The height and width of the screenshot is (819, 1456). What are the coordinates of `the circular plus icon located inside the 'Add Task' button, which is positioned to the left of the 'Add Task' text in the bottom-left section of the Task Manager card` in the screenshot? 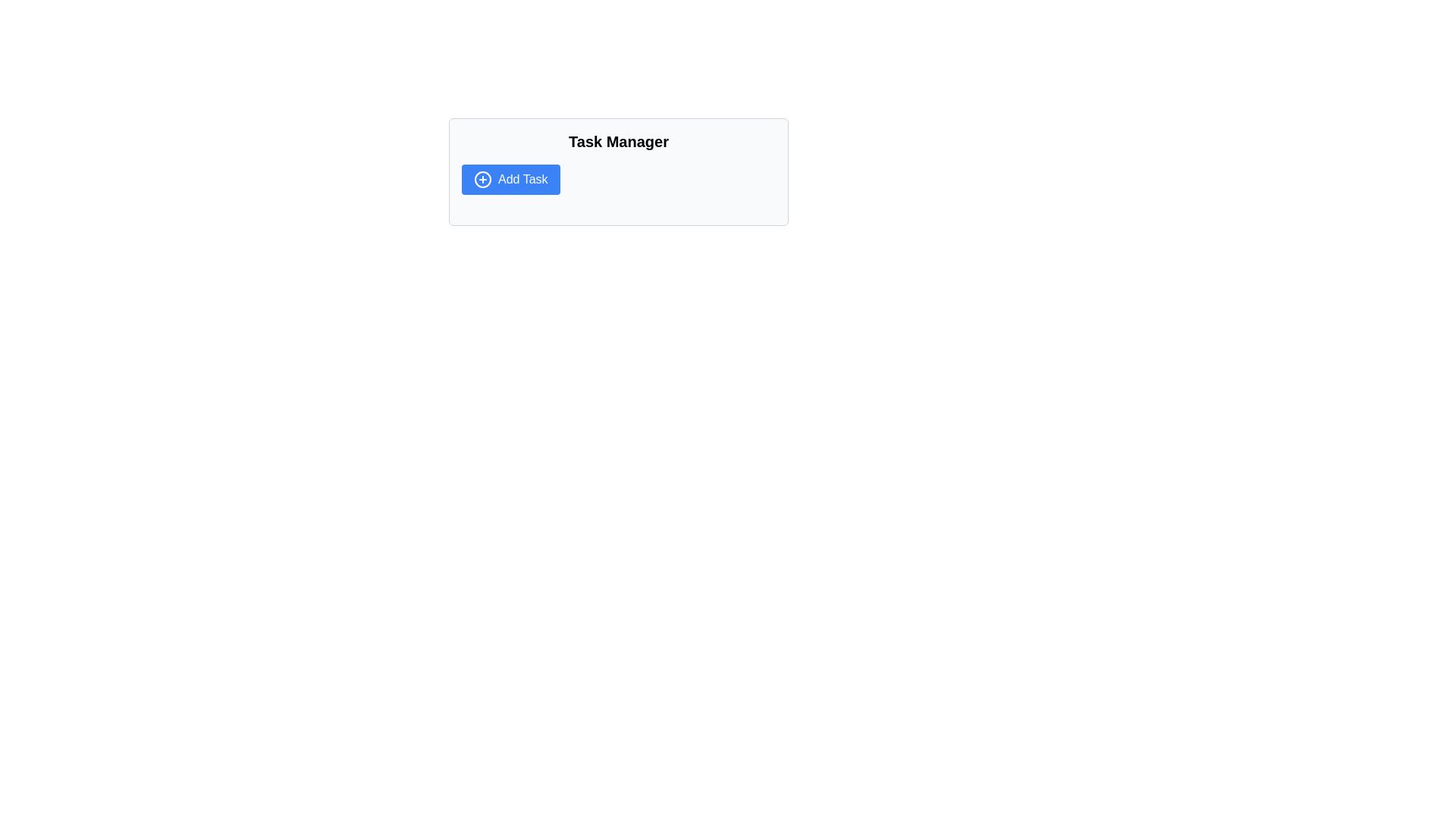 It's located at (482, 178).